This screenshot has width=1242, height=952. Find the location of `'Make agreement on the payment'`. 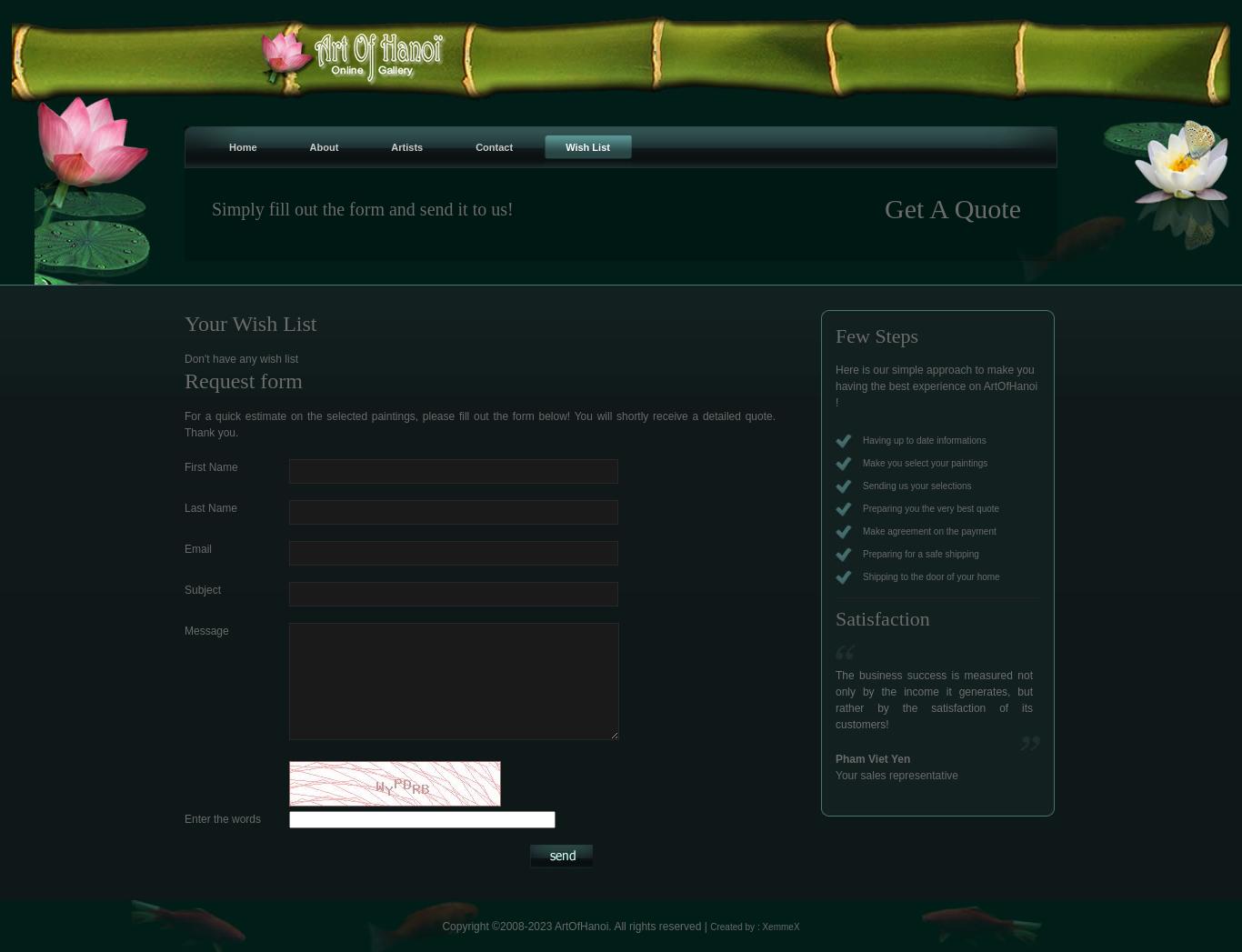

'Make agreement on the payment' is located at coordinates (929, 530).